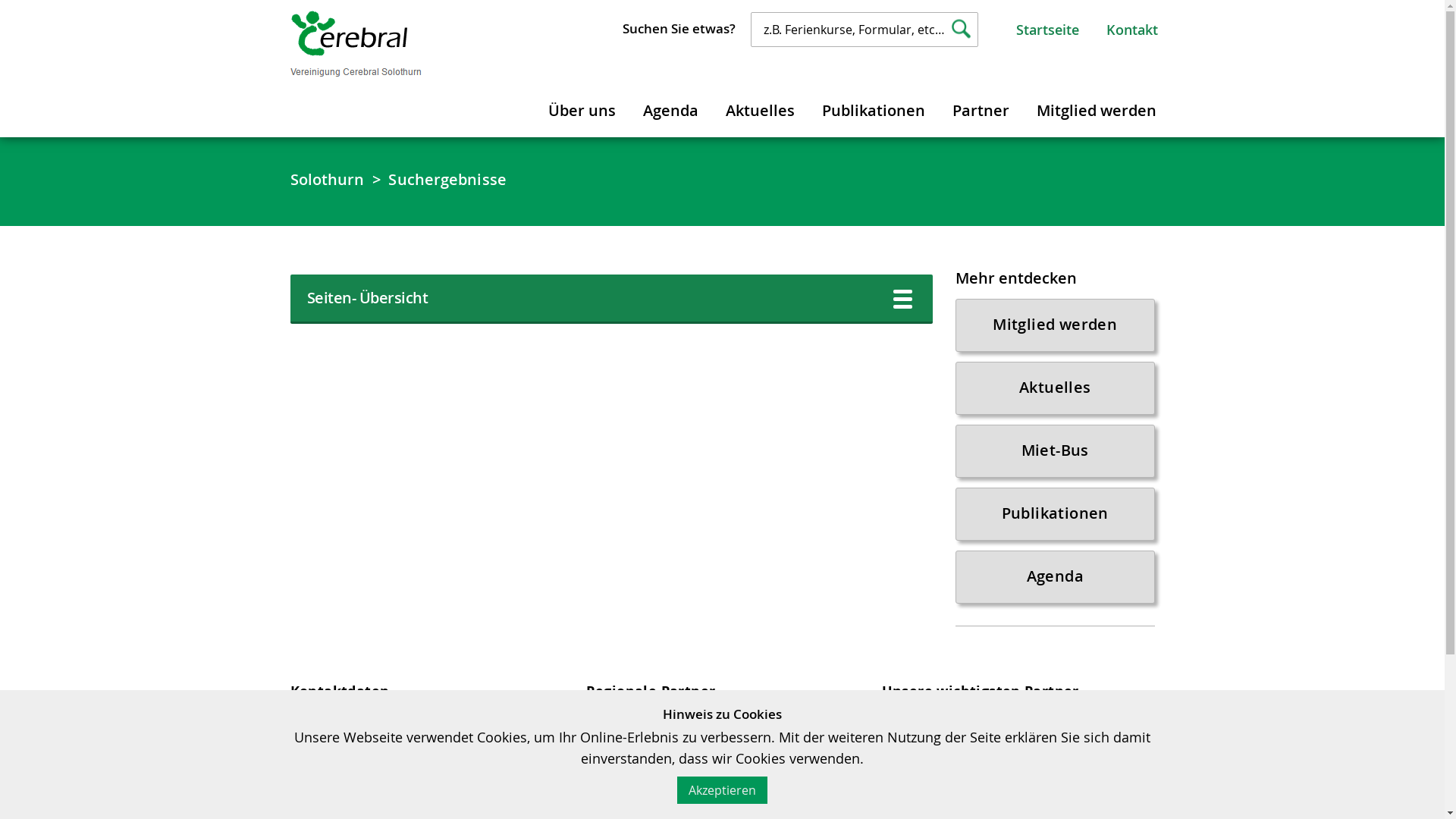  What do you see at coordinates (1131, 29) in the screenshot?
I see `'Kontakt'` at bounding box center [1131, 29].